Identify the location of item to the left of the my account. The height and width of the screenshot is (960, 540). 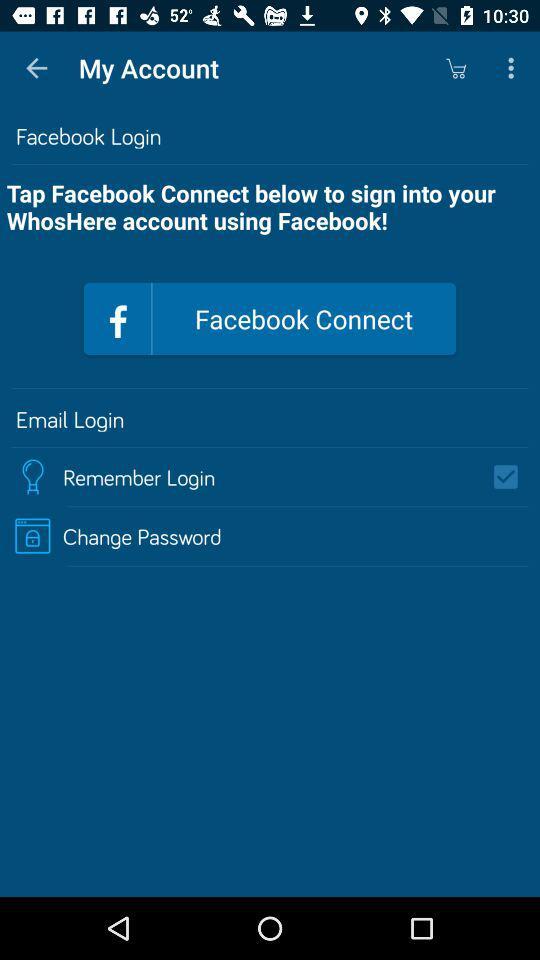
(36, 68).